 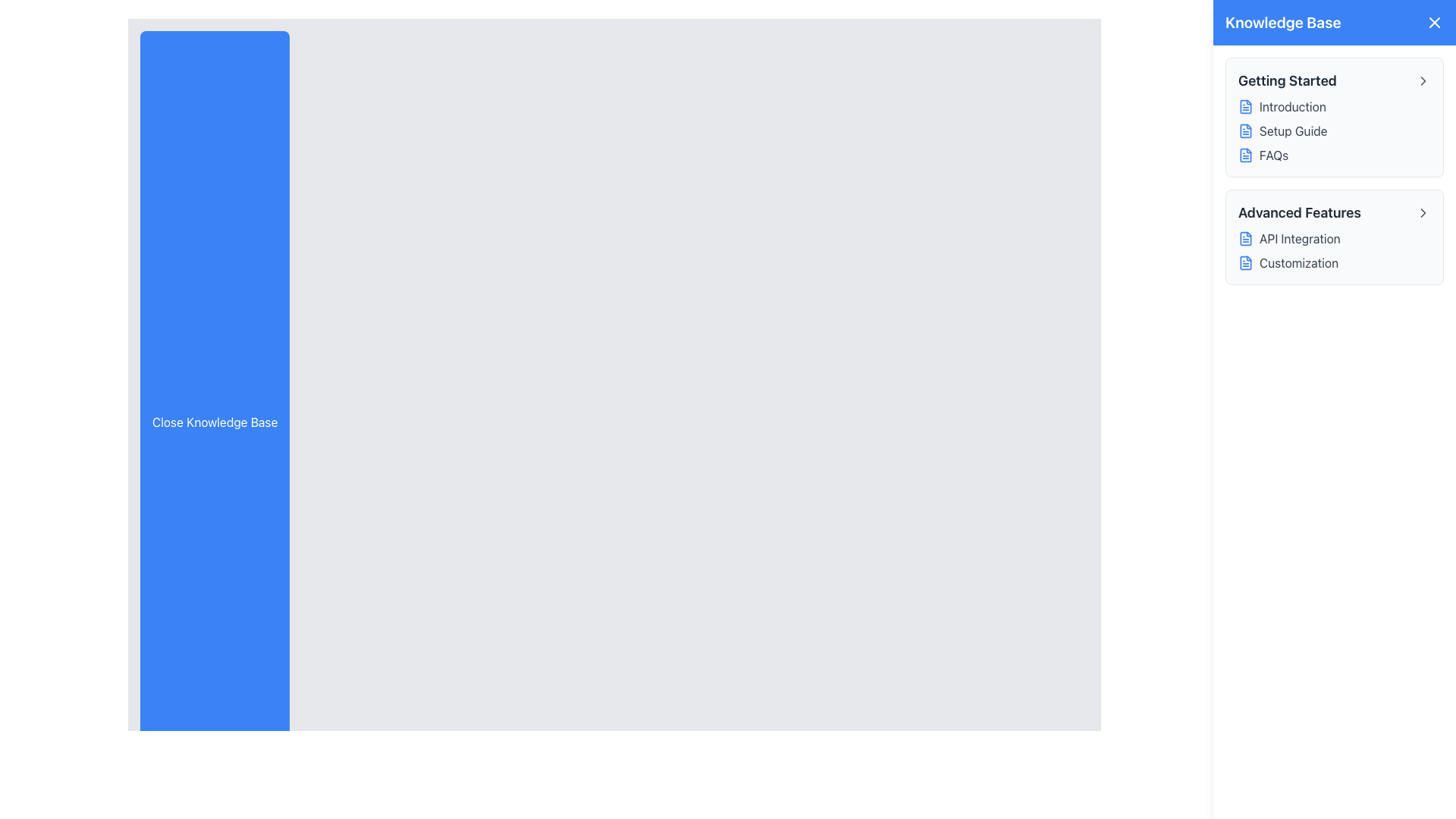 What do you see at coordinates (1245, 155) in the screenshot?
I see `the 'FAQs' icon located to the left of the 'FAQs' text in the 'Getting Started' section` at bounding box center [1245, 155].